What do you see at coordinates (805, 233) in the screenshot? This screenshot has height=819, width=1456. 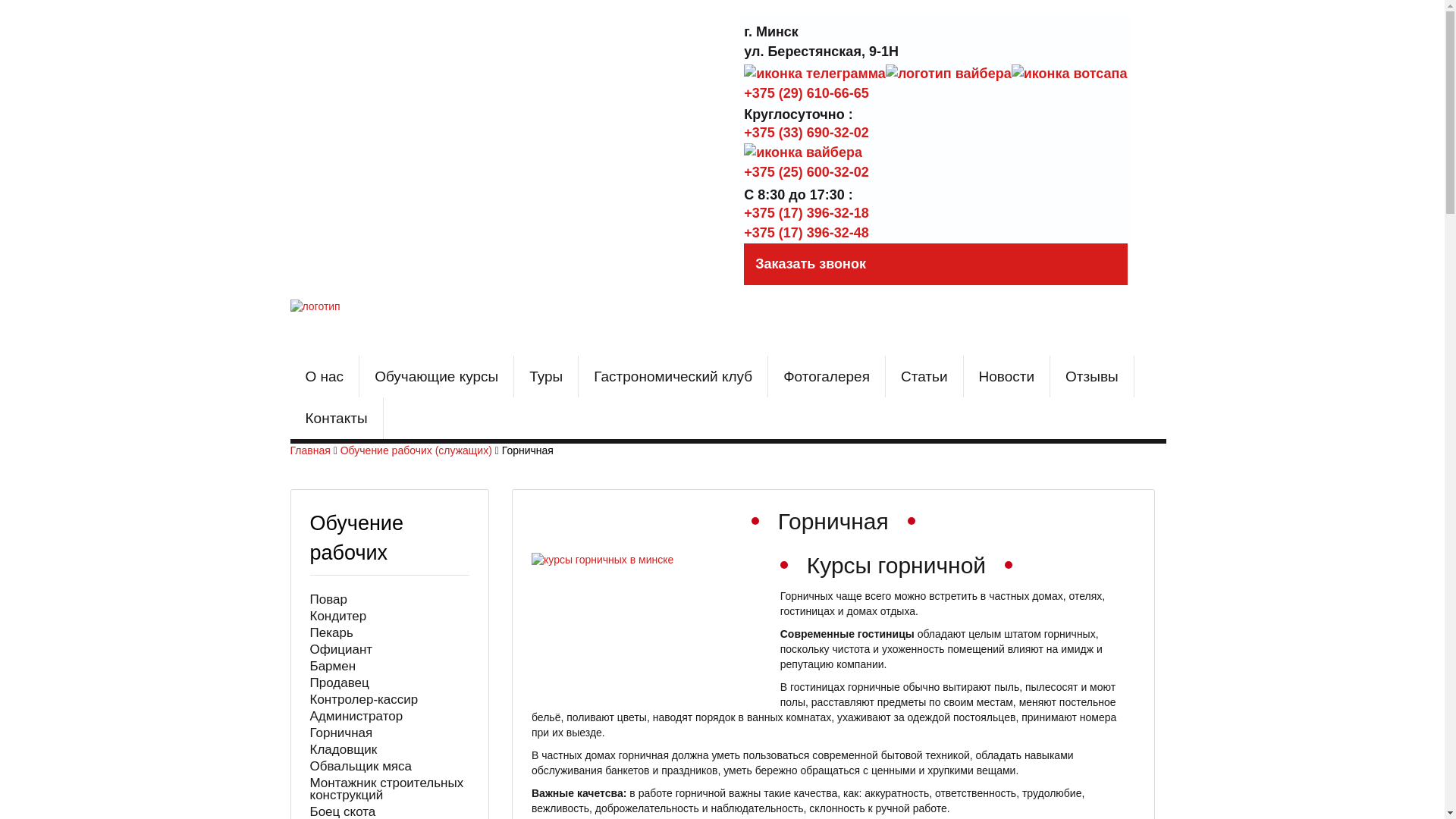 I see `'+375 (17) 396-32-48'` at bounding box center [805, 233].